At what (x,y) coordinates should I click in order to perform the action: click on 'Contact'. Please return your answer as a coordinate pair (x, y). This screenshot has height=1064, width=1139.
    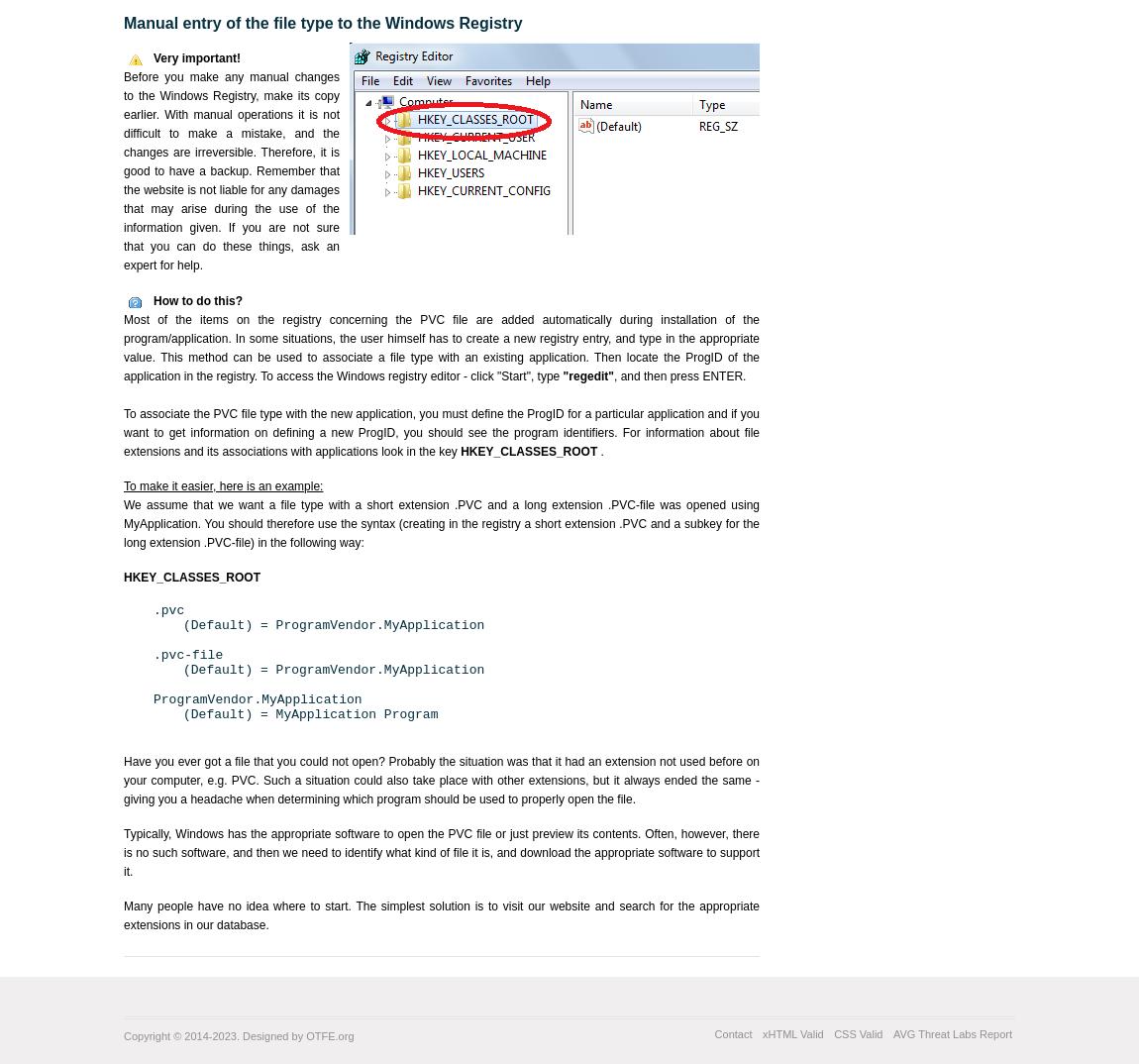
    Looking at the image, I should click on (732, 1034).